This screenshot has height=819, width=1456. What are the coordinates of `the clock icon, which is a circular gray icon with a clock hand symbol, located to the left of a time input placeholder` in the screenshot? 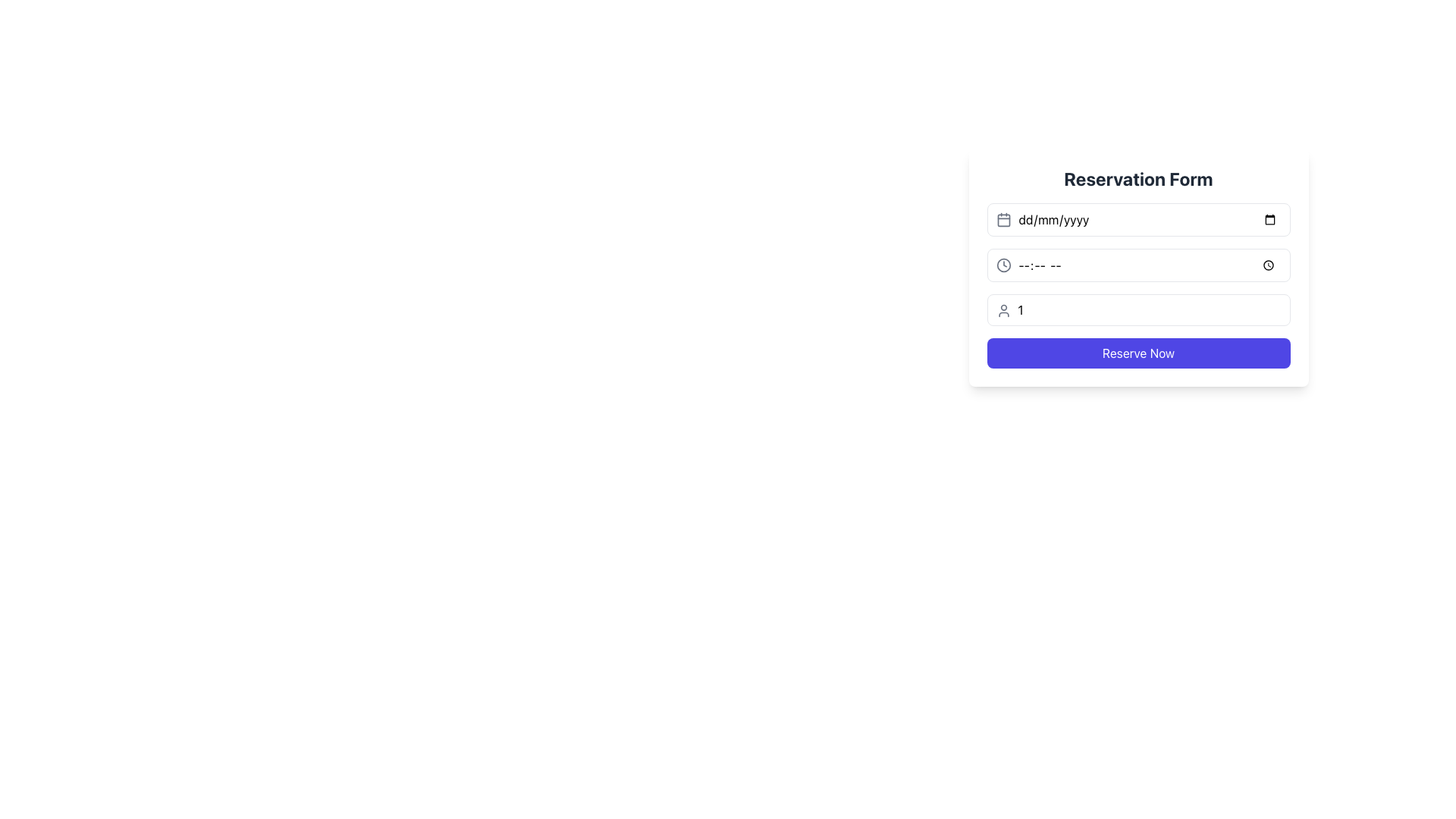 It's located at (1003, 265).